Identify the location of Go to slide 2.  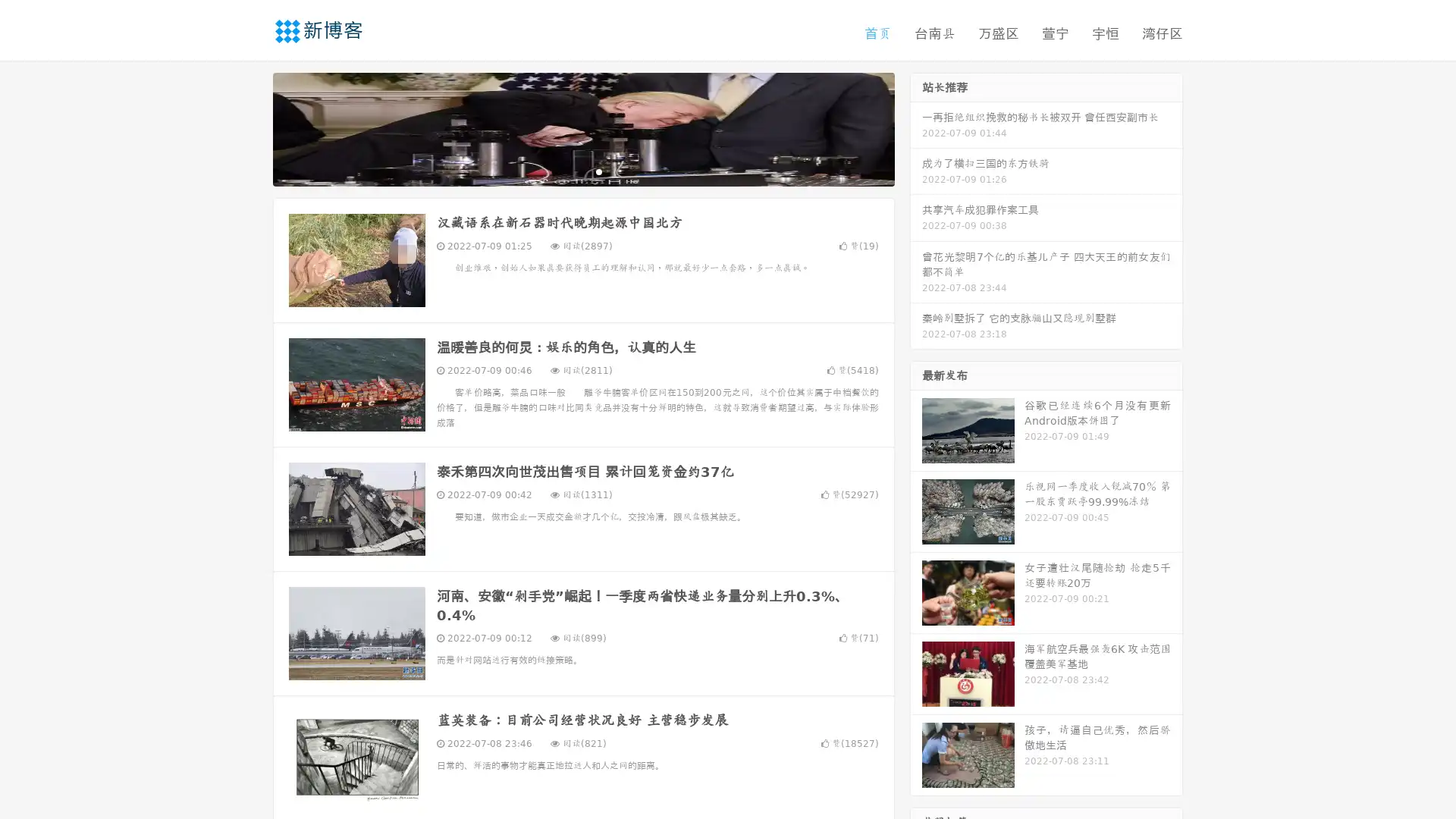
(582, 171).